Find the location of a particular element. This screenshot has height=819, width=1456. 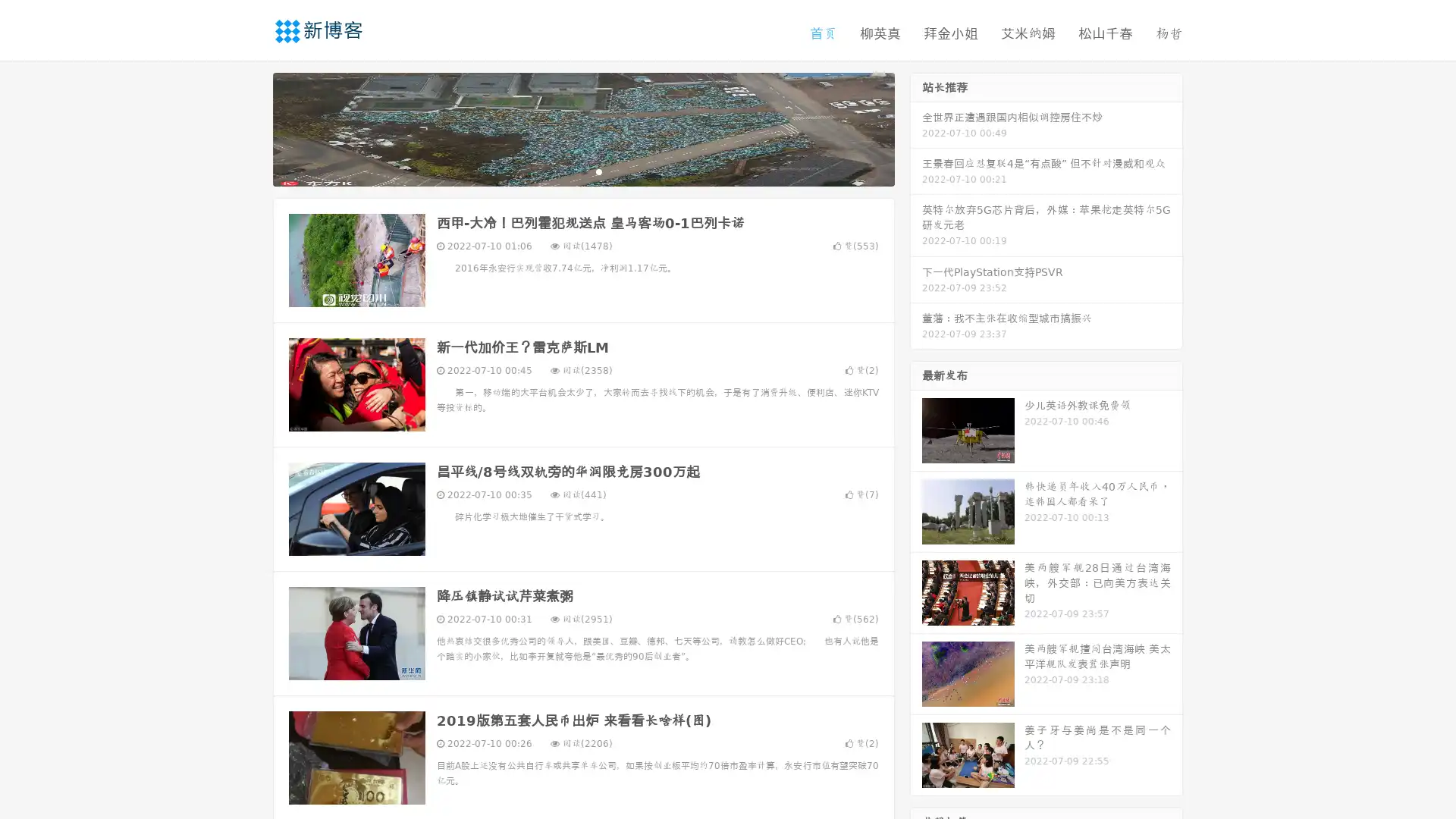

Go to slide 2 is located at coordinates (582, 171).